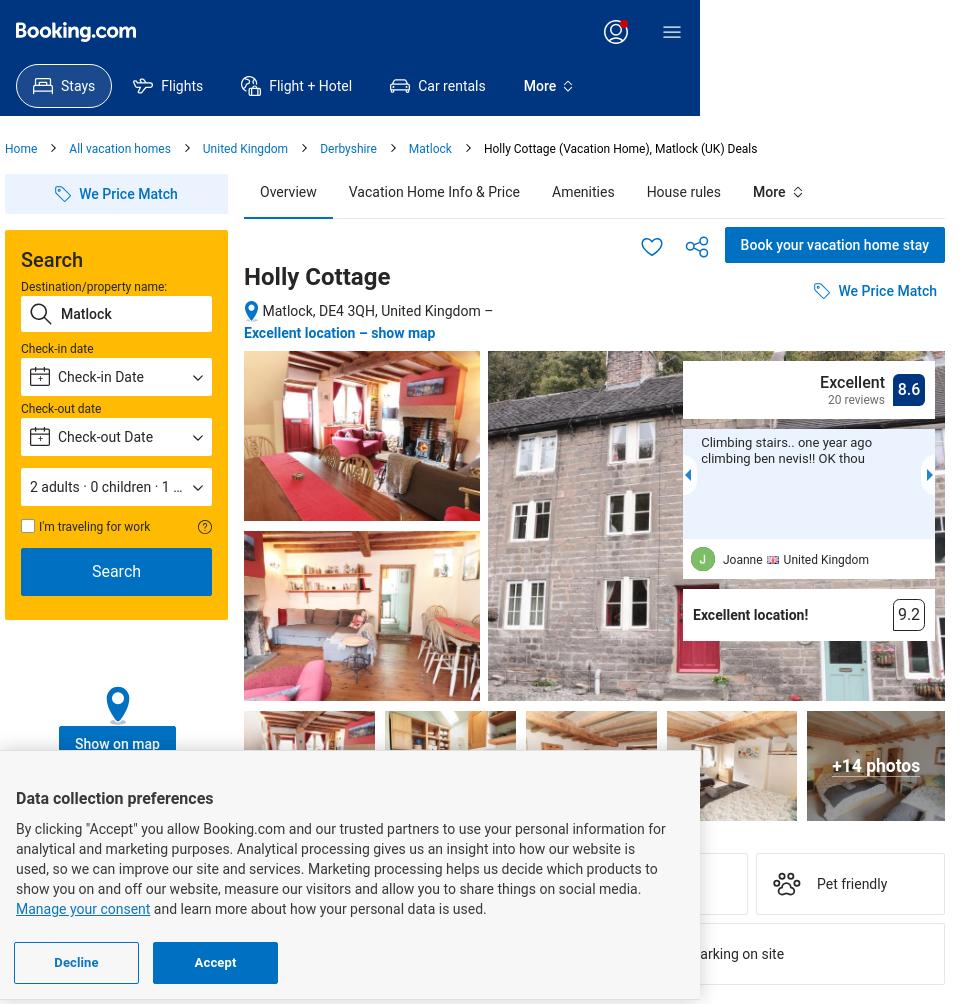 This screenshot has height=1004, width=969. I want to click on 'Parking on site', so click(737, 953).